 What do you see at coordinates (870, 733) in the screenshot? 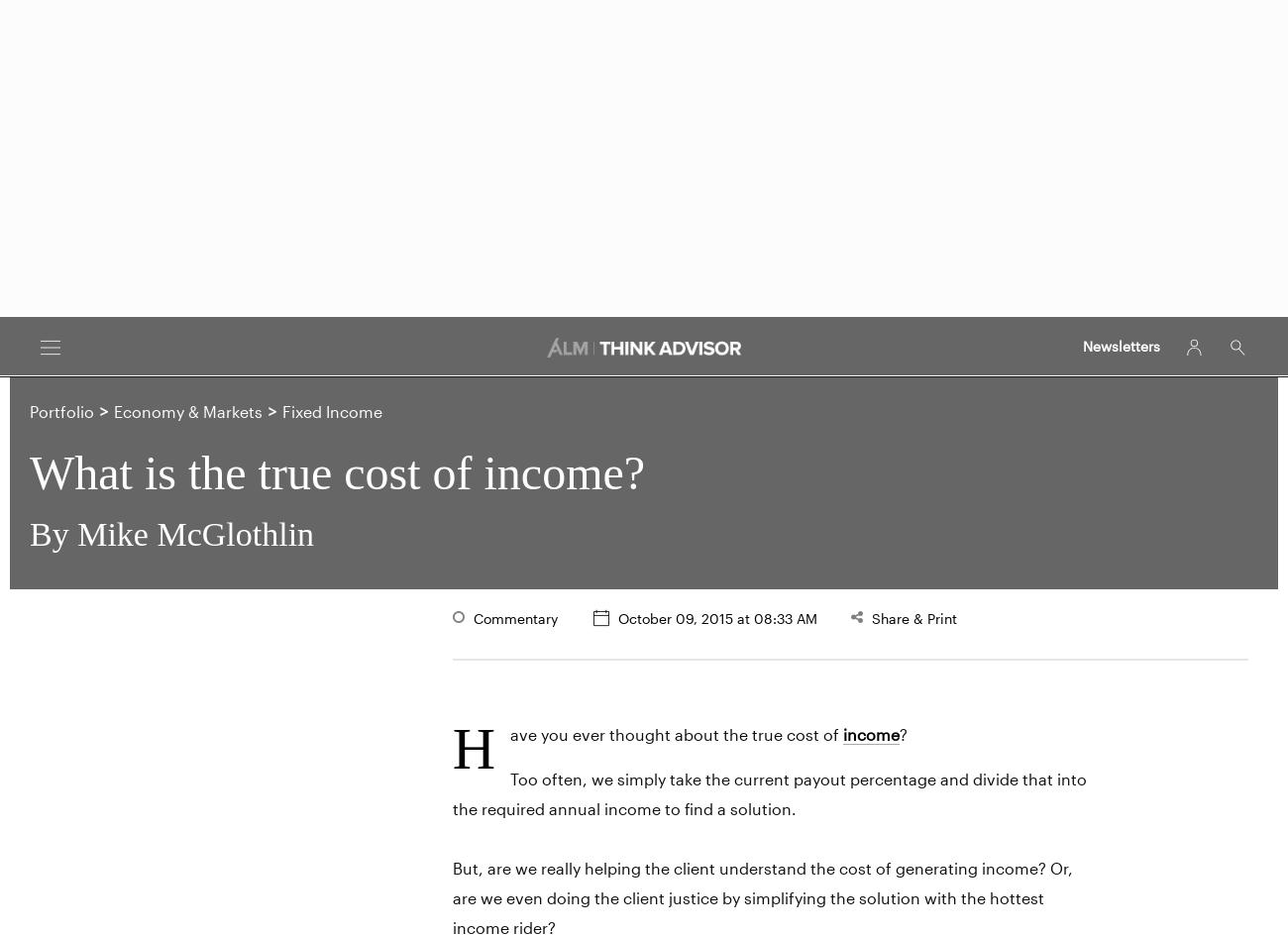
I see `'income'` at bounding box center [870, 733].